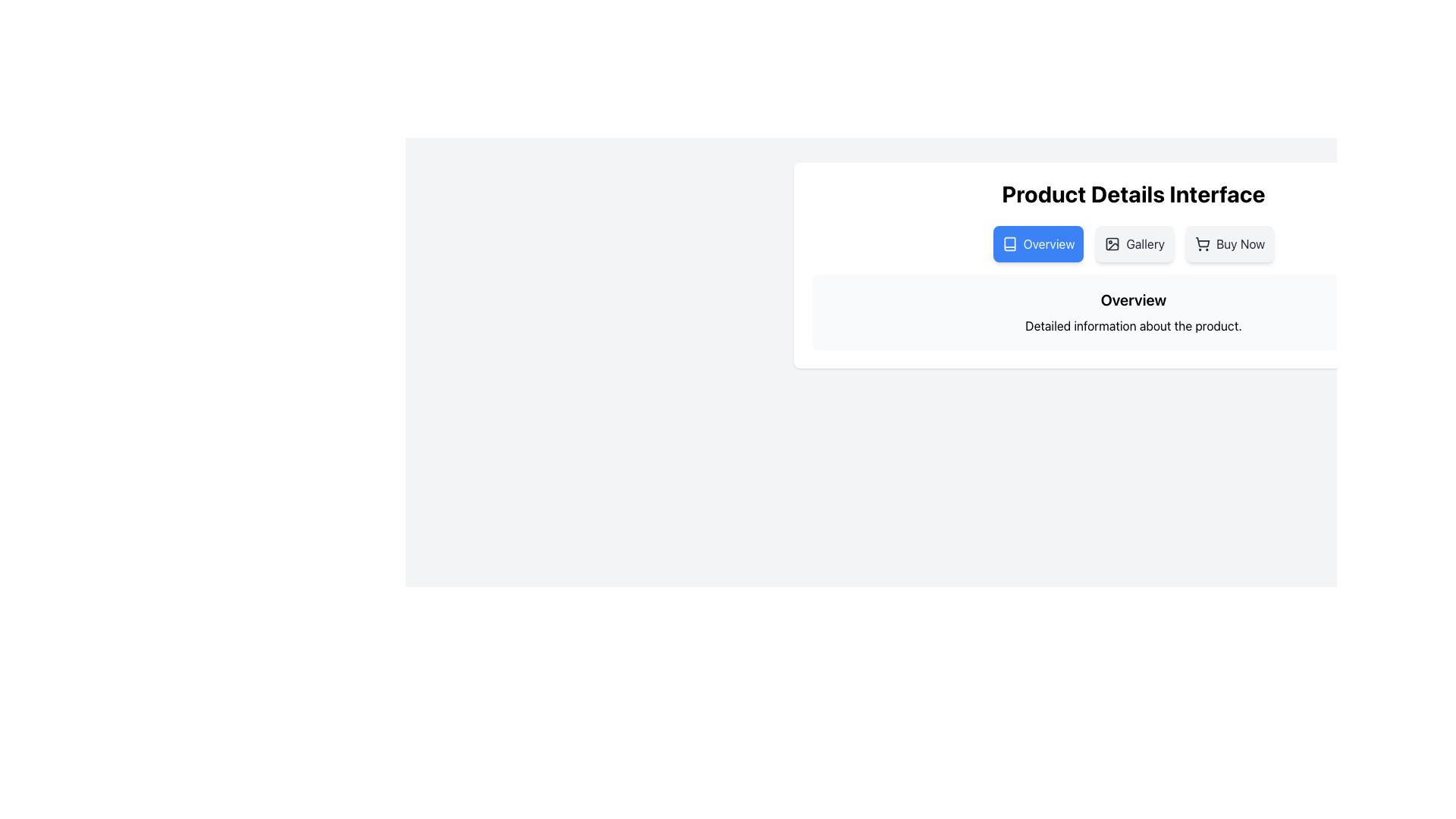  What do you see at coordinates (1048, 243) in the screenshot?
I see `the 'Overview' text within the button label, which is styled with white text on a blue background and is located in the top-right section of the interface` at bounding box center [1048, 243].